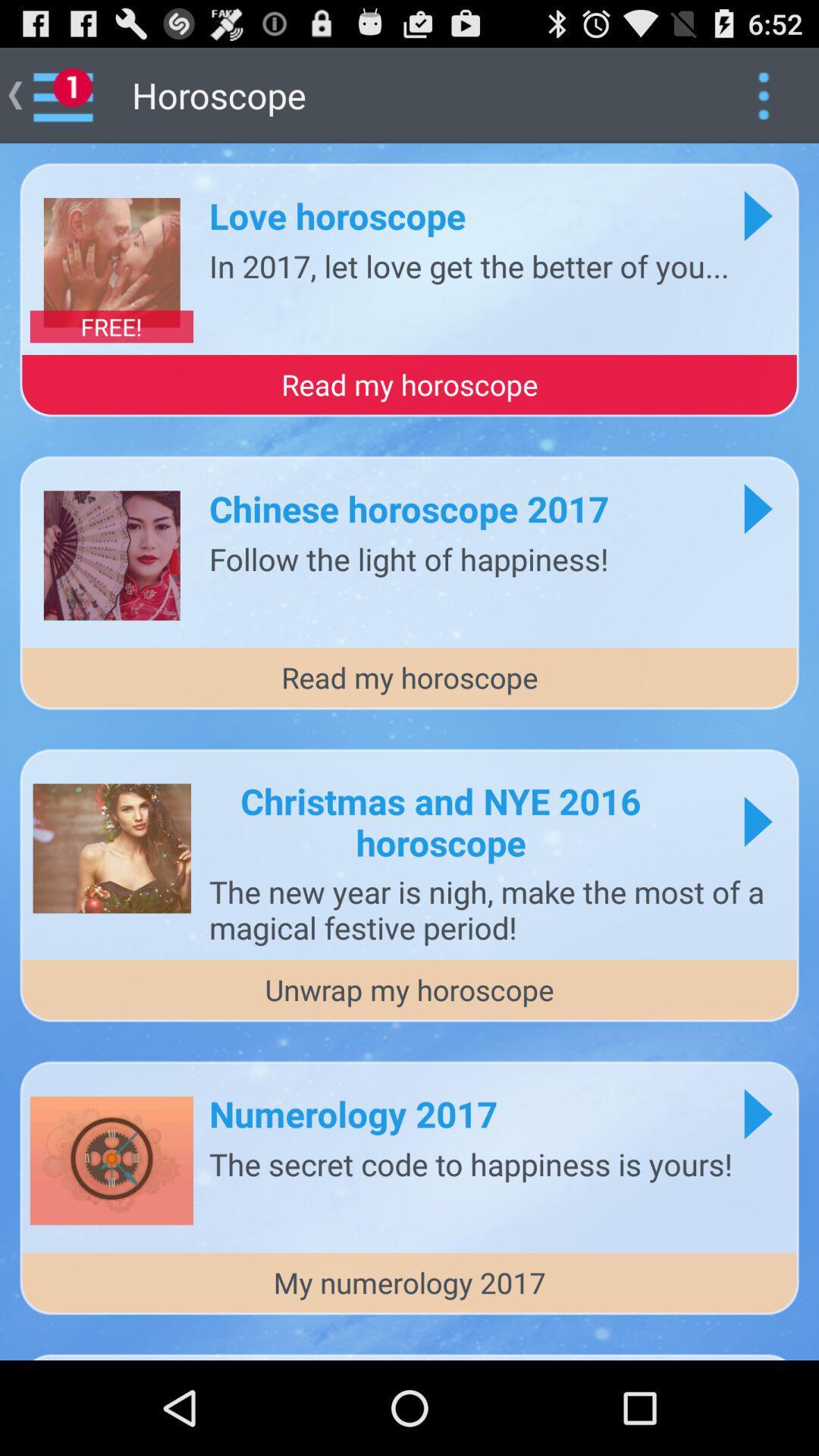  What do you see at coordinates (496, 909) in the screenshot?
I see `the new year item` at bounding box center [496, 909].